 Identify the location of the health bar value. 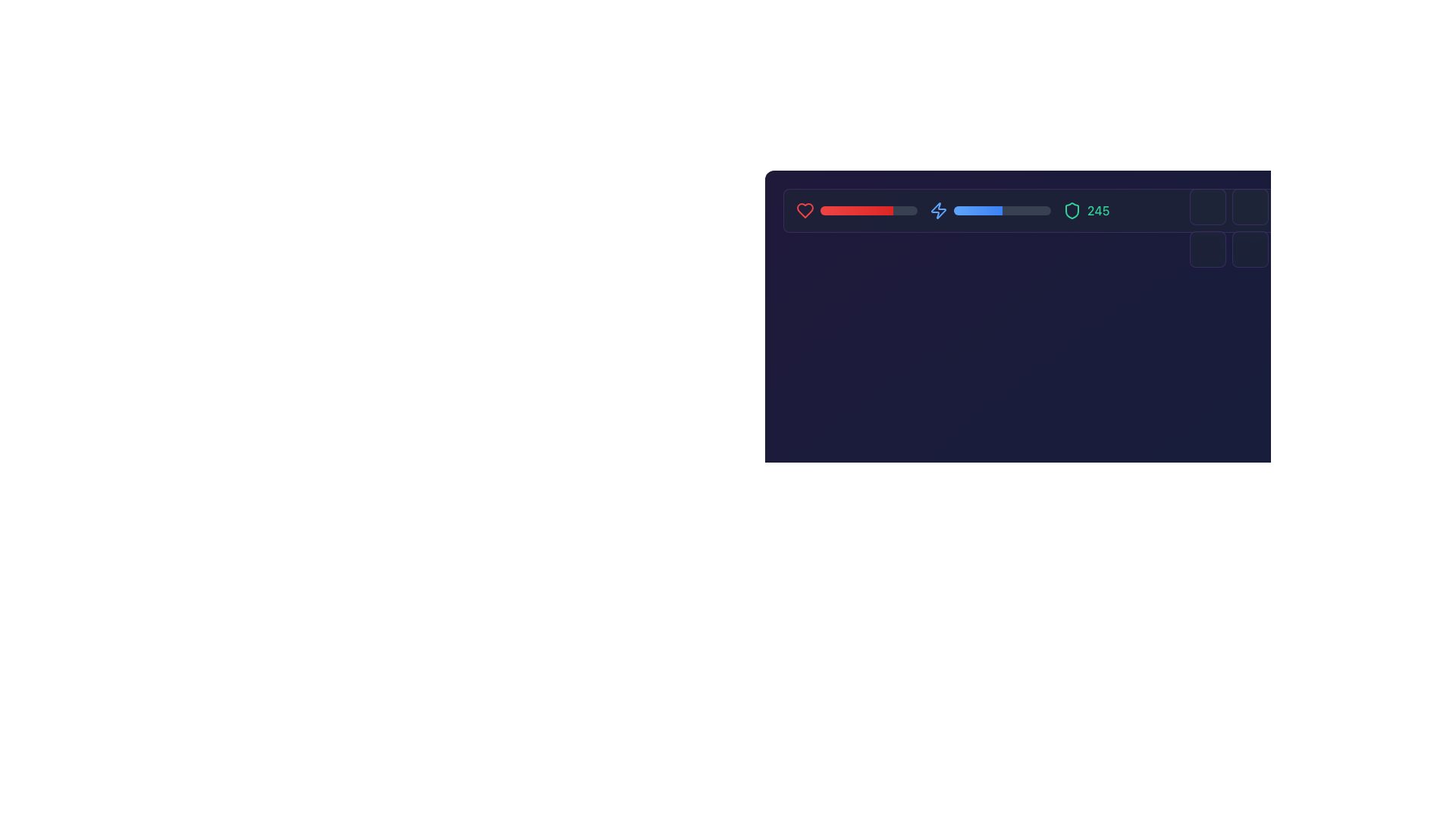
(881, 210).